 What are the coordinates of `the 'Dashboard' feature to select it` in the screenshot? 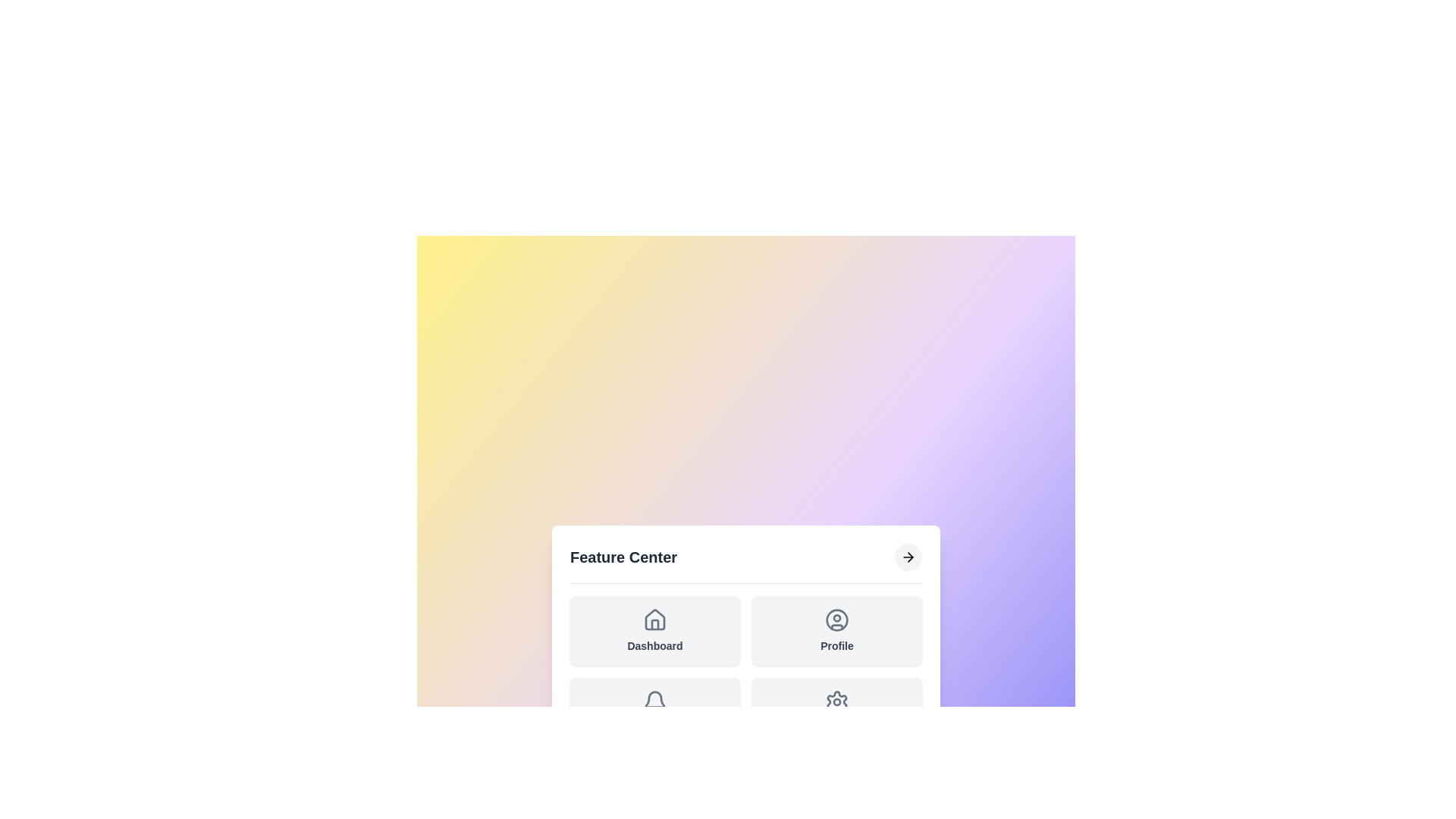 It's located at (655, 630).